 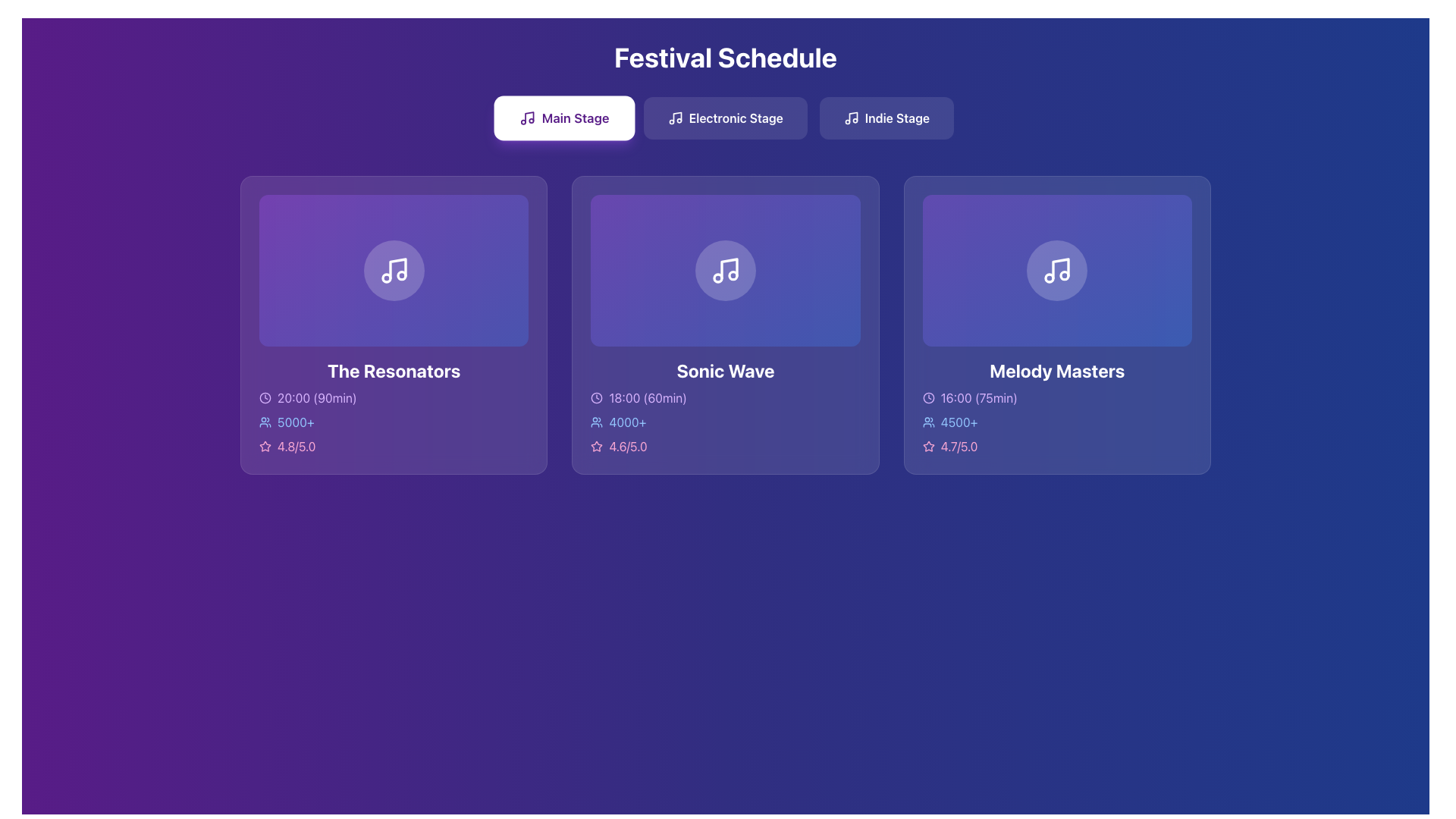 What do you see at coordinates (959, 445) in the screenshot?
I see `rating value displayed as '4.7/5.0' in pink color within the 'Melody Masters' card, located near the bottom-right corner, above the star icon` at bounding box center [959, 445].